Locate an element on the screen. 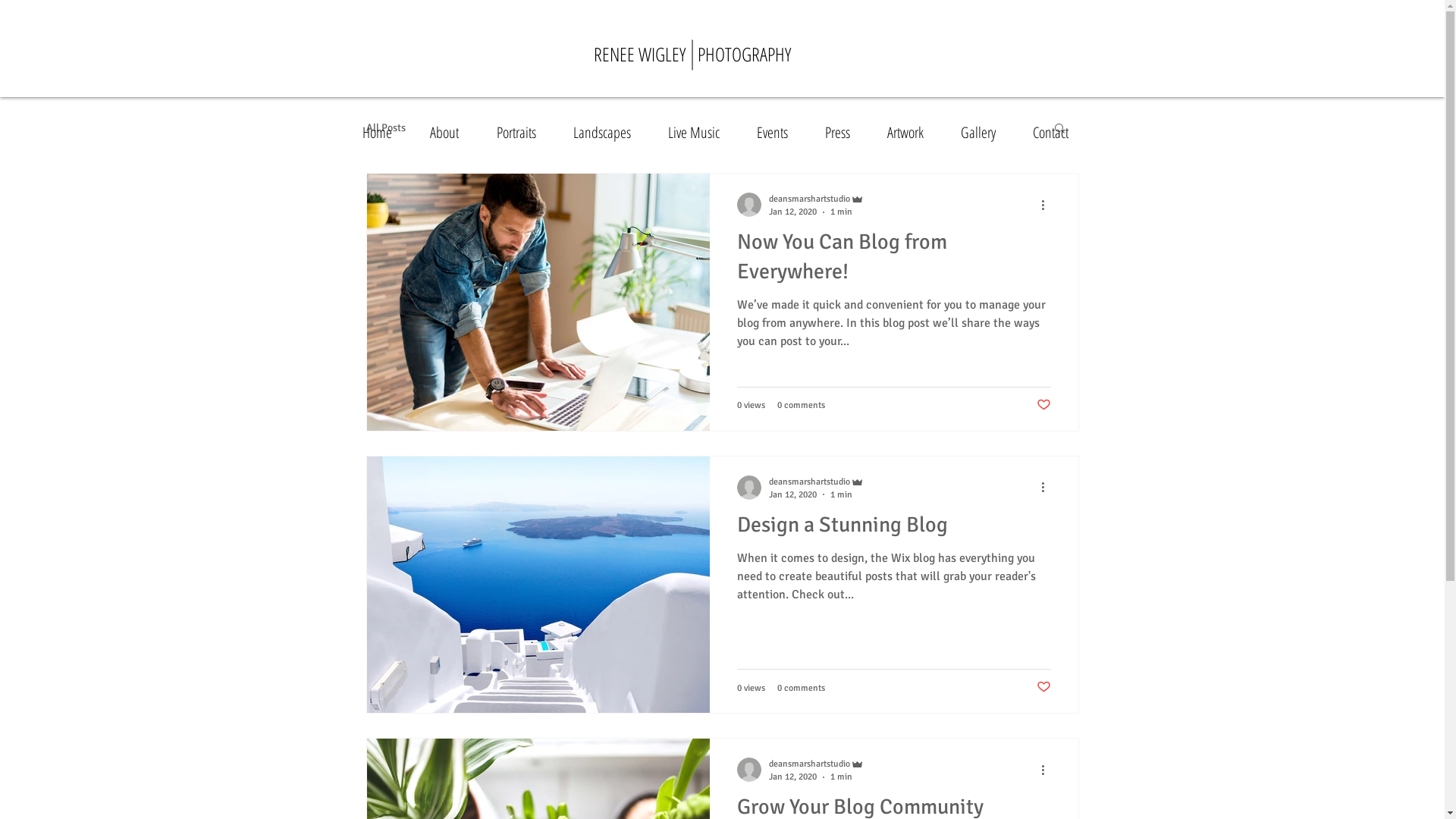 The image size is (1456, 819). '0 comments' is located at coordinates (799, 404).